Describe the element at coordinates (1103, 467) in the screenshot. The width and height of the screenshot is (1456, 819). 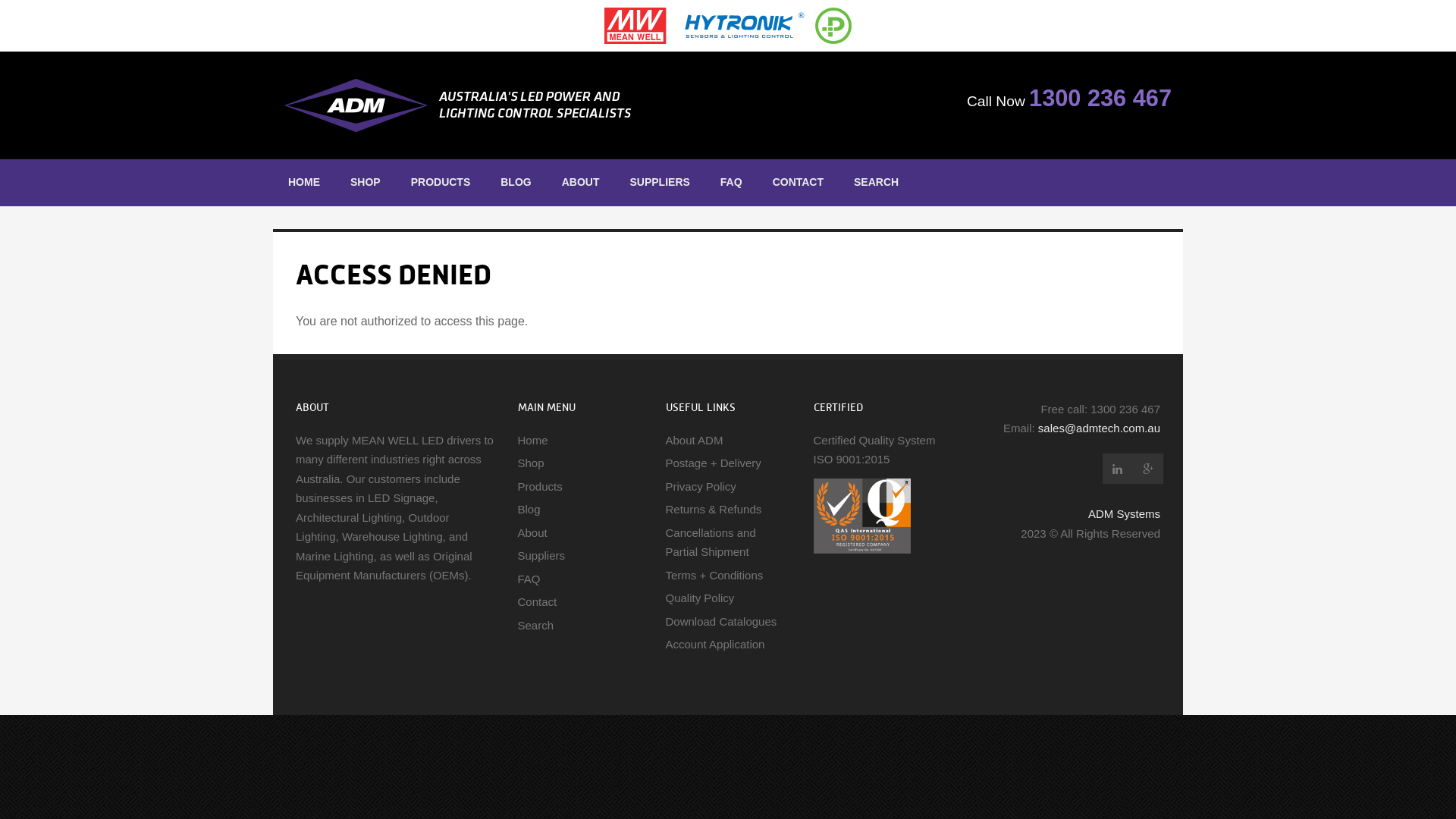
I see `'ADM Instrument Engineering LinkedIn'` at that location.